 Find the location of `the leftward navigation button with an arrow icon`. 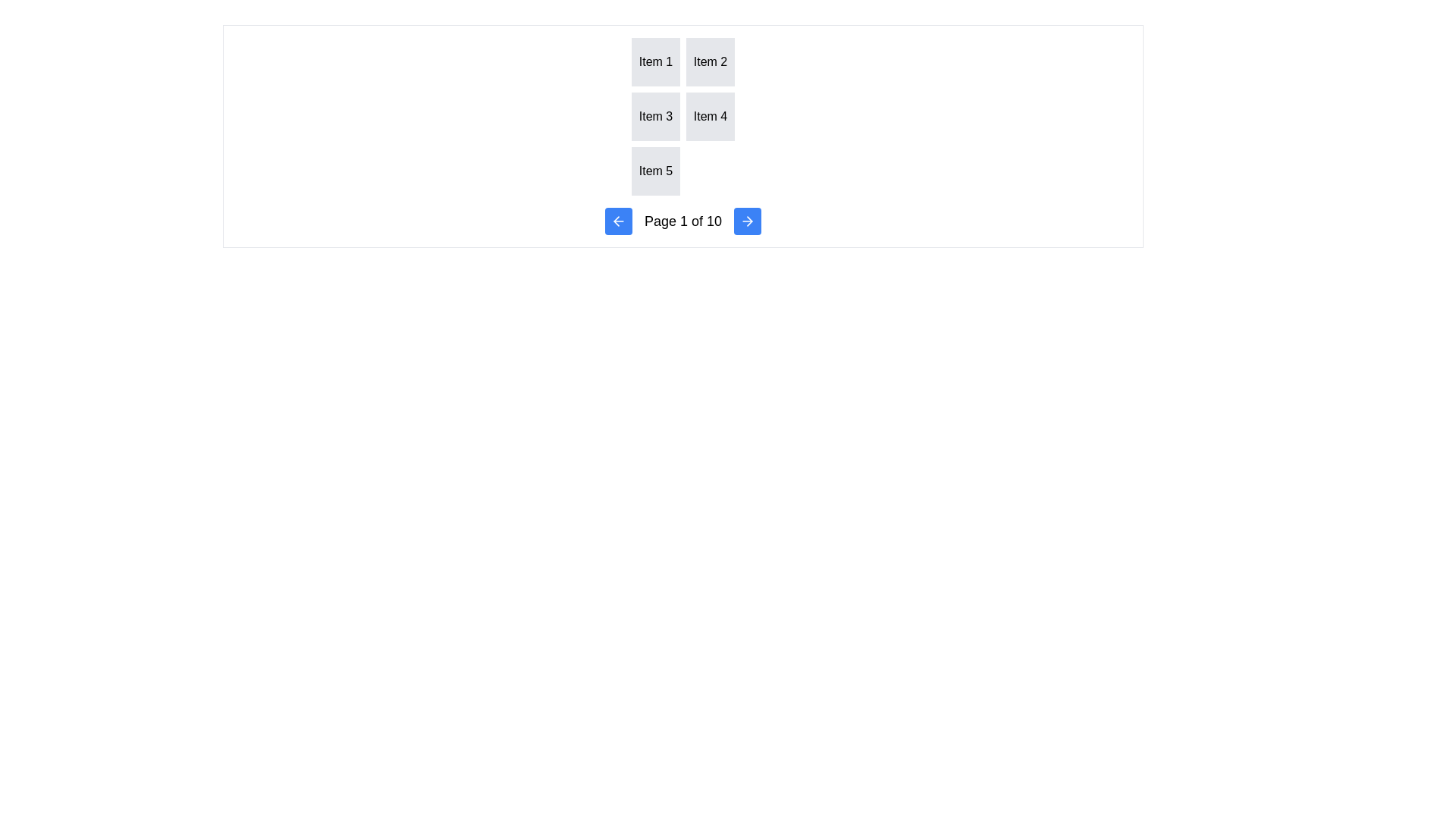

the leftward navigation button with an arrow icon is located at coordinates (619, 221).